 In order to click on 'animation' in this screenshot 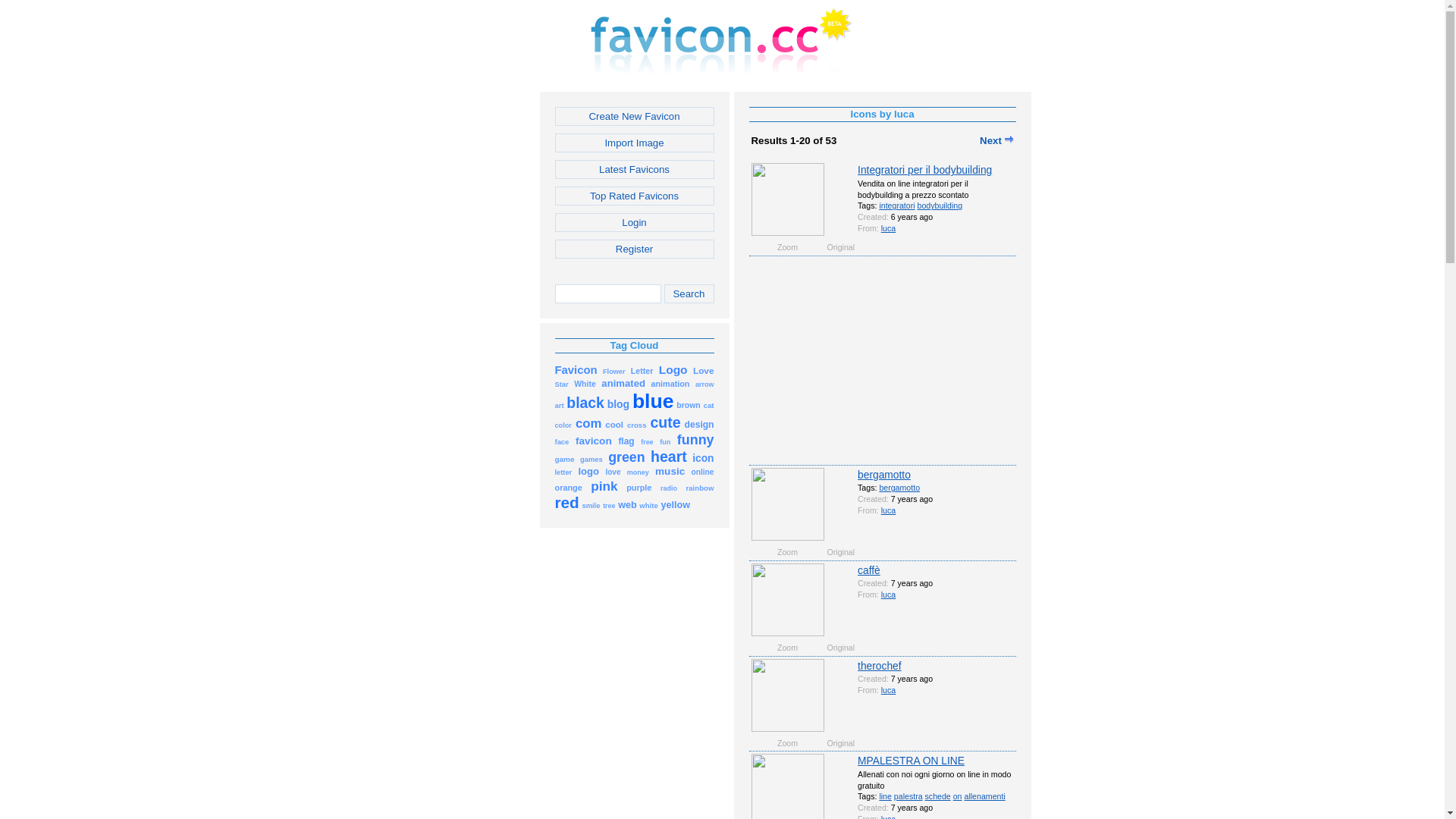, I will do `click(670, 382)`.